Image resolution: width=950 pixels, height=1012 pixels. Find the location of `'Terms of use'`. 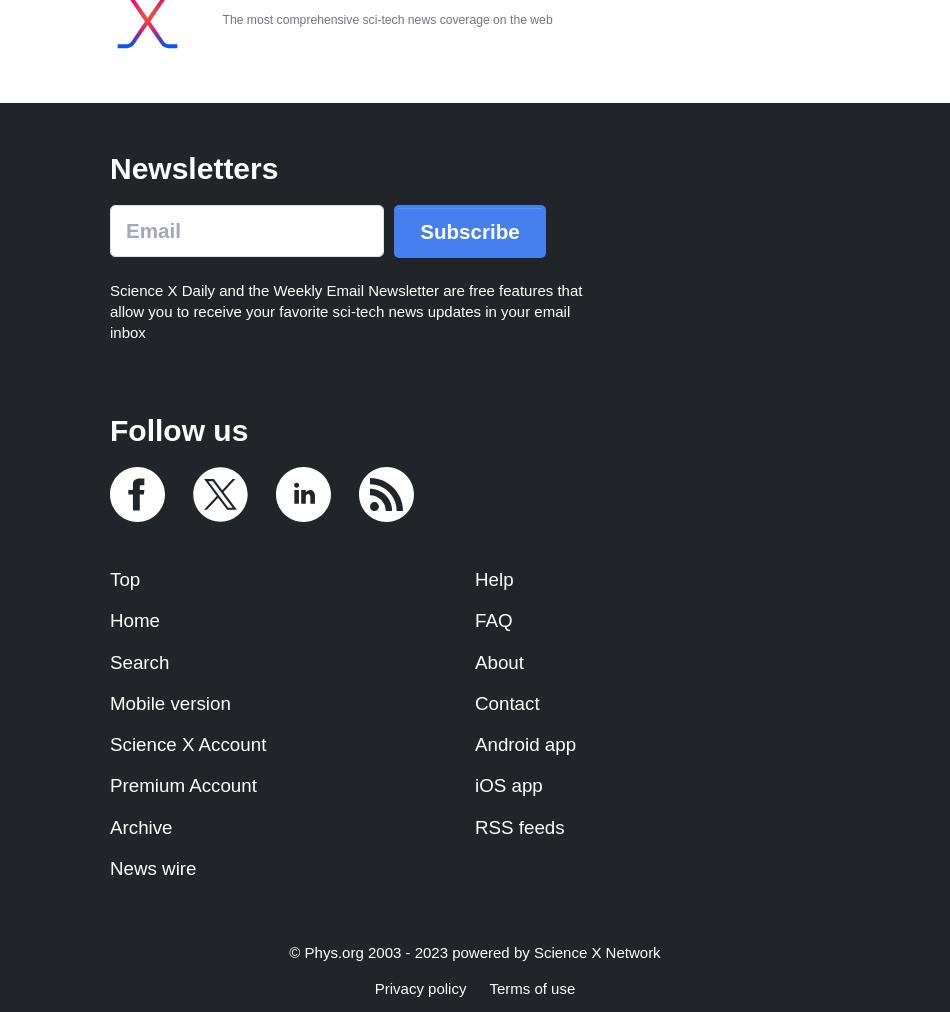

'Terms of use' is located at coordinates (532, 988).